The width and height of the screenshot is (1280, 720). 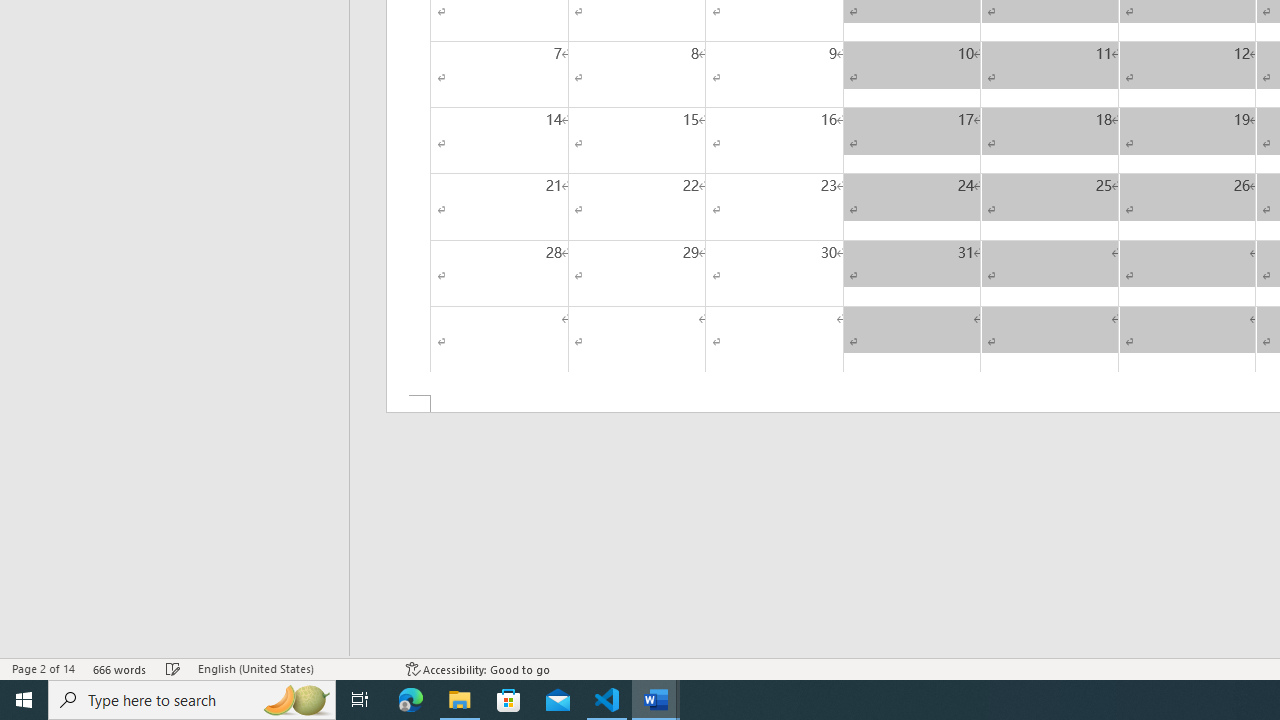 I want to click on 'Word Count 666 words', so click(x=119, y=669).